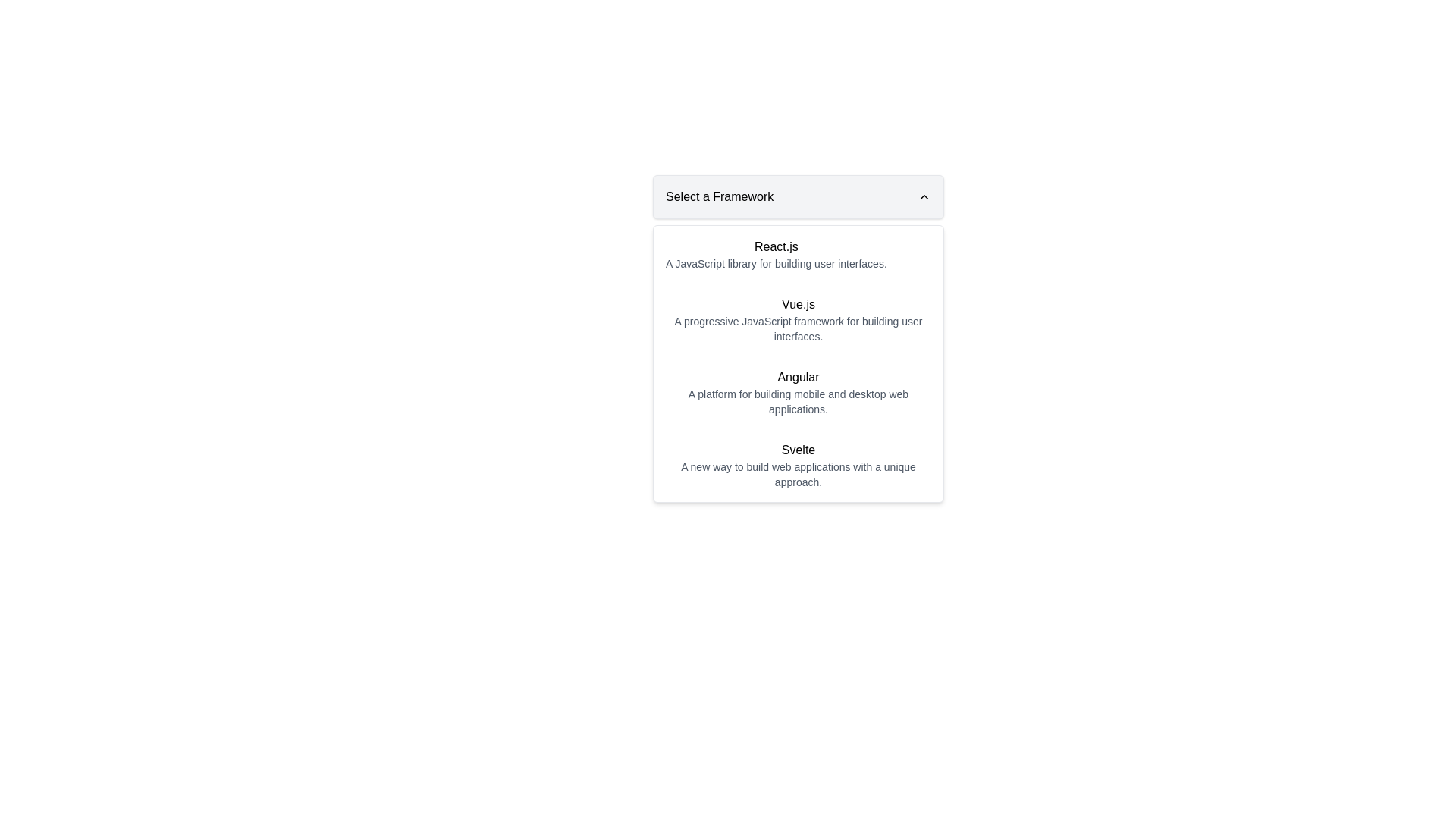  What do you see at coordinates (797, 400) in the screenshot?
I see `descriptive text block located beneath the bold 'Angular' heading within the 'Angular' card, centered horizontally in the modal` at bounding box center [797, 400].